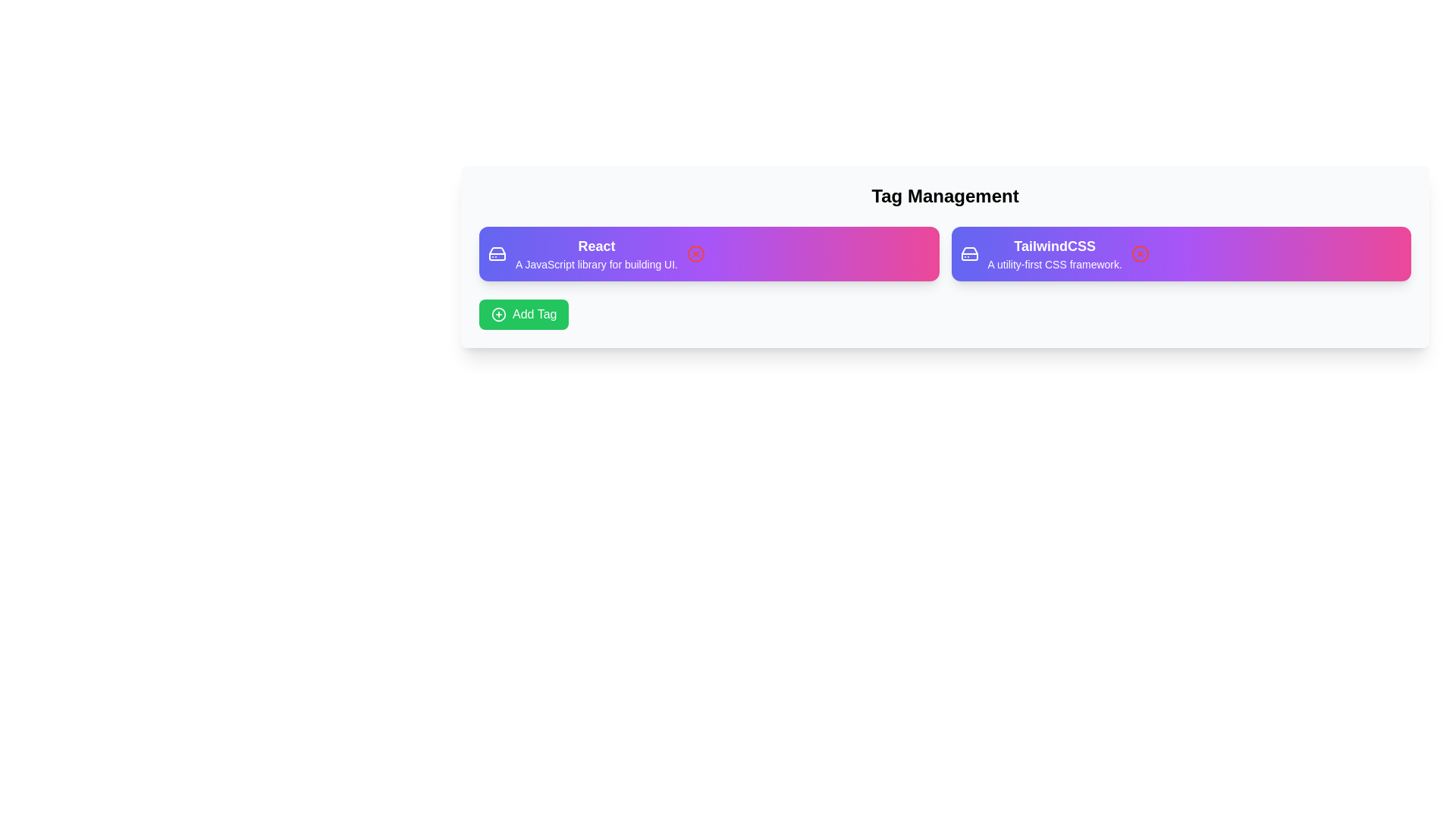  What do you see at coordinates (1180, 253) in the screenshot?
I see `the second card` at bounding box center [1180, 253].